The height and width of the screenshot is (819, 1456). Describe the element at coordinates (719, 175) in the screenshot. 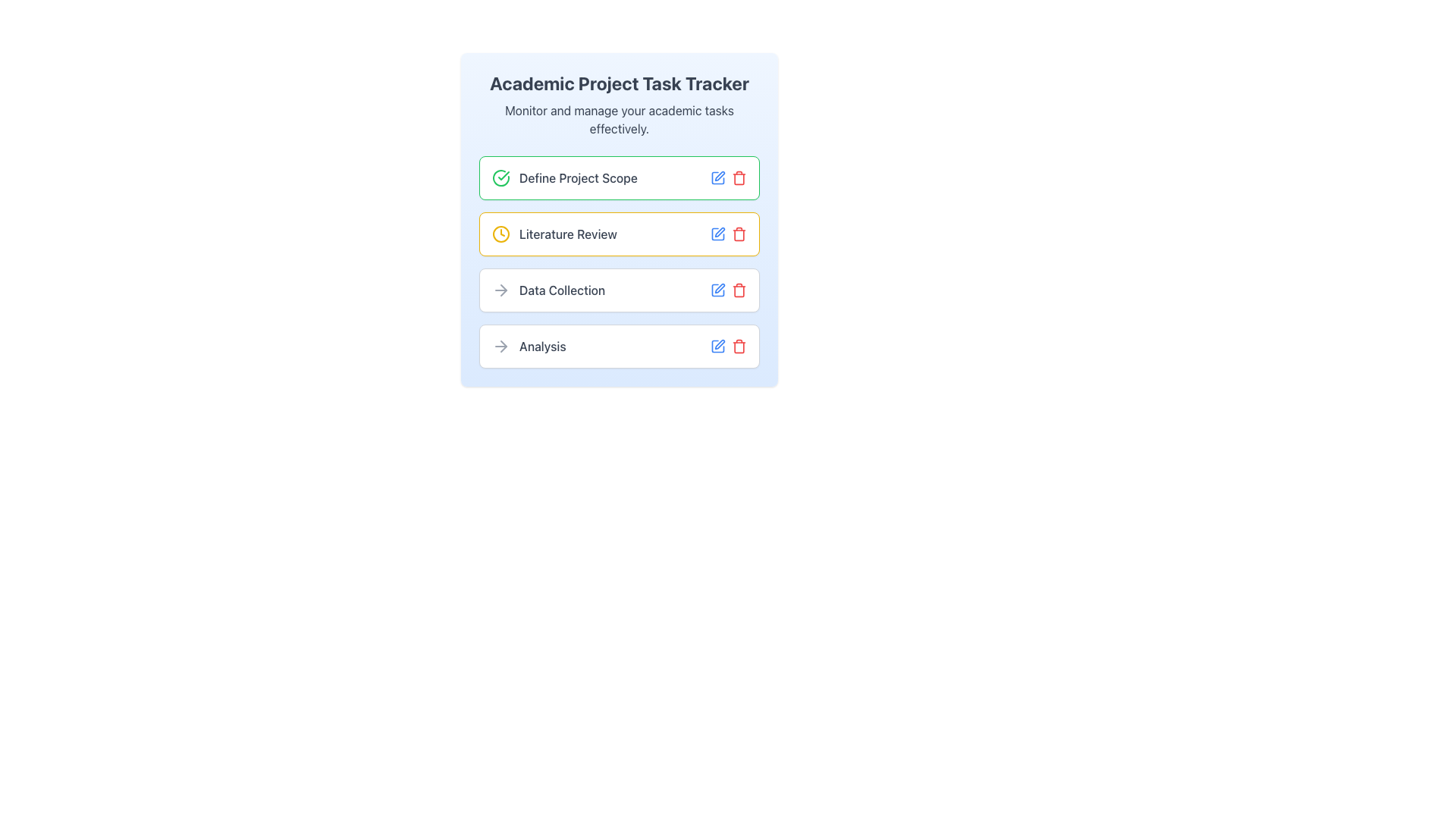

I see `the editing icon for the 'Define Project Scope' entry` at that location.